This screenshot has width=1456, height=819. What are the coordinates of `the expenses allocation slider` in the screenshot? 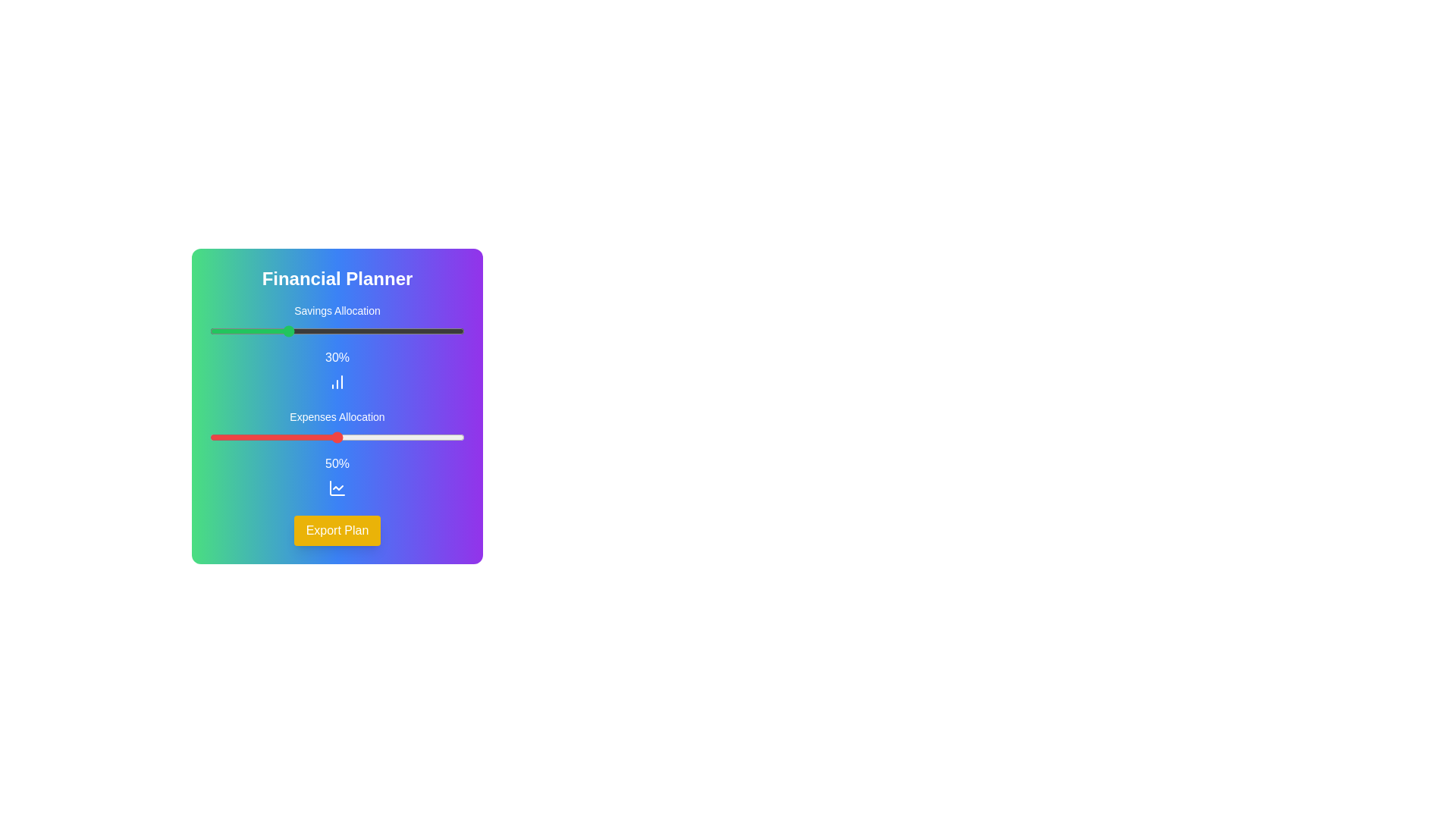 It's located at (253, 438).